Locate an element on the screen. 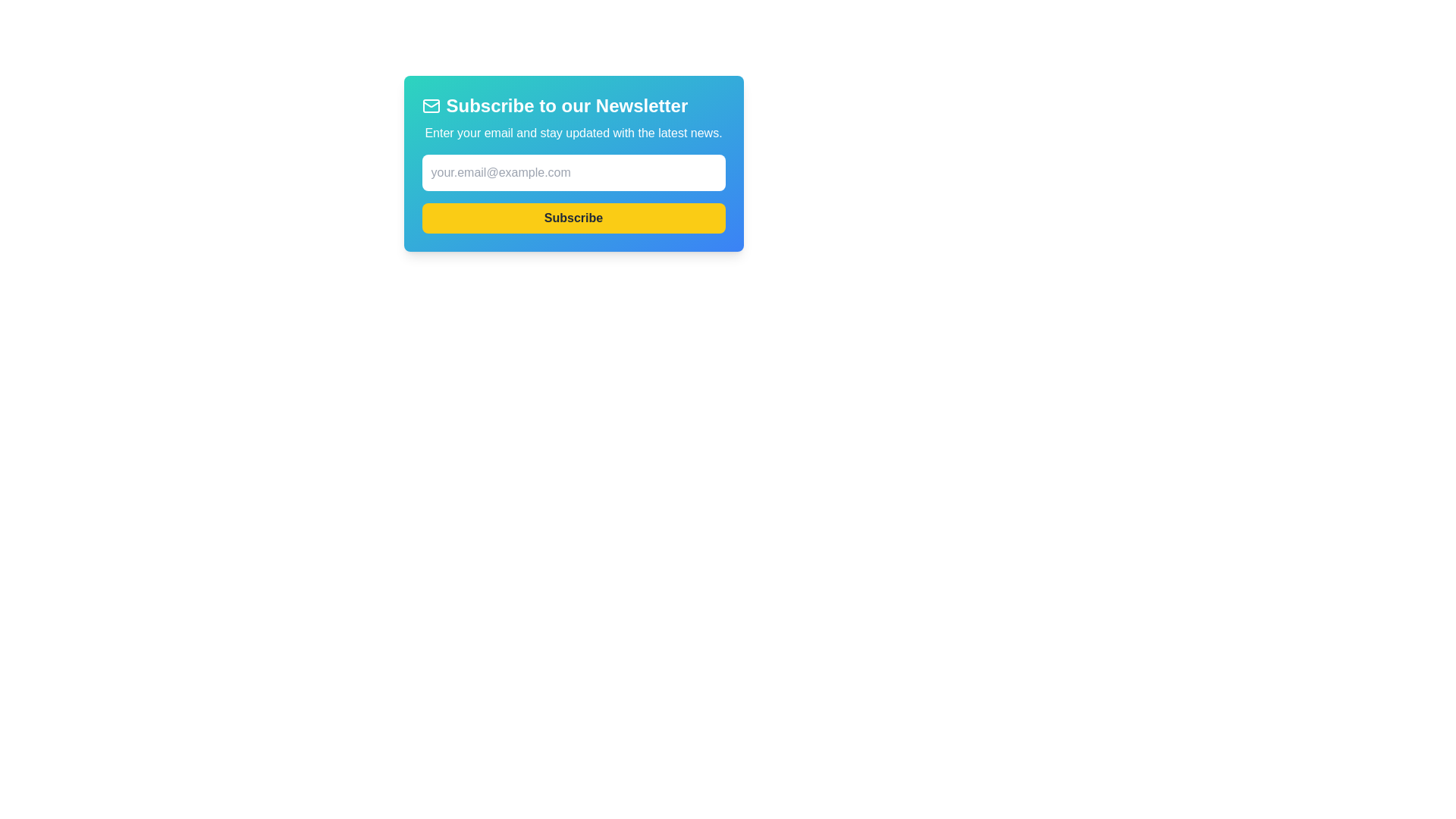 The width and height of the screenshot is (1456, 819). the informational text that reads 'Enter your email and stay updated with the latest news.' which is located below the title 'Subscribe to our Newsletter' and above the input field and the 'Subscribe' button is located at coordinates (573, 133).